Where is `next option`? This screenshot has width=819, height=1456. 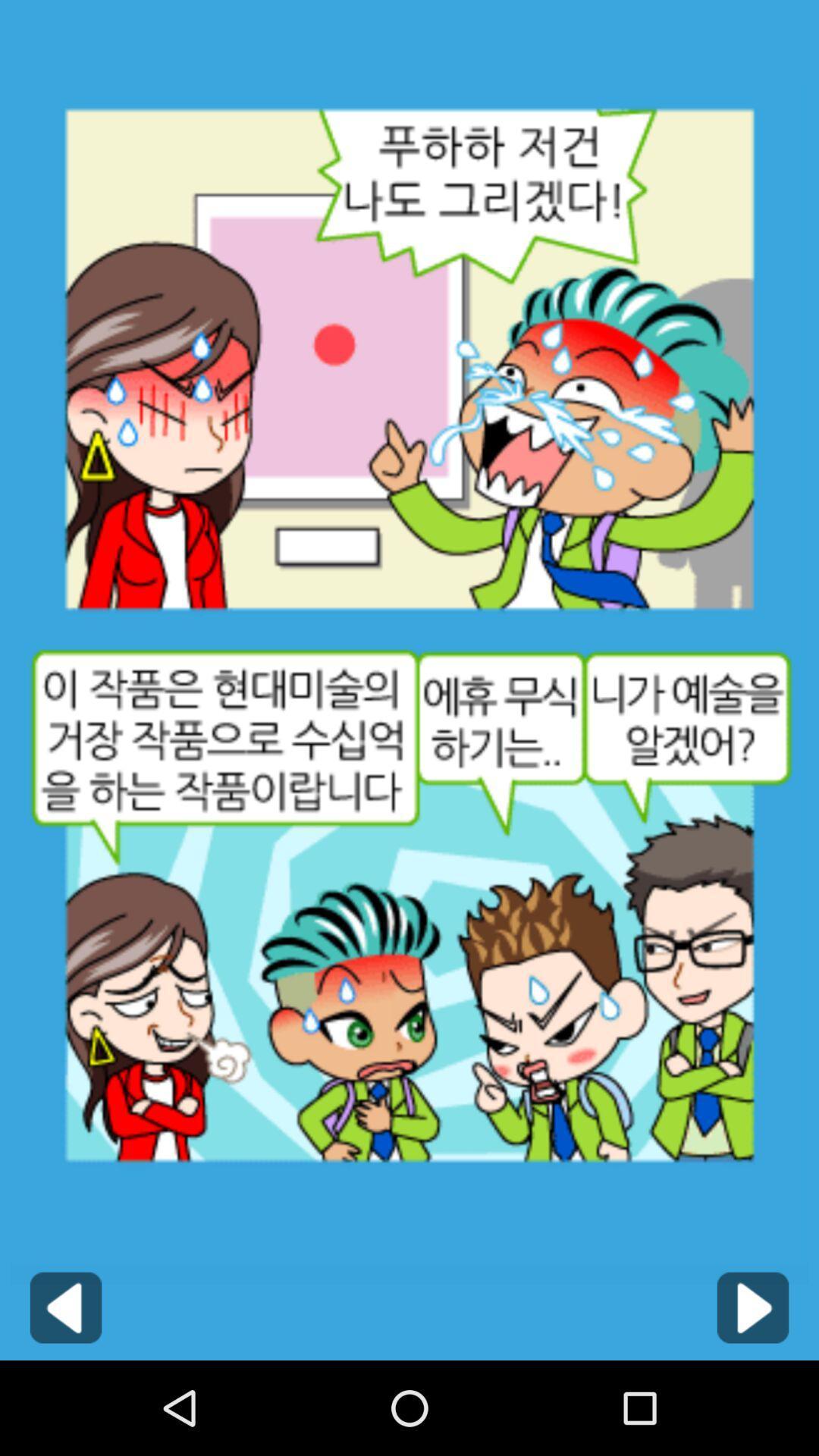
next option is located at coordinates (752, 1307).